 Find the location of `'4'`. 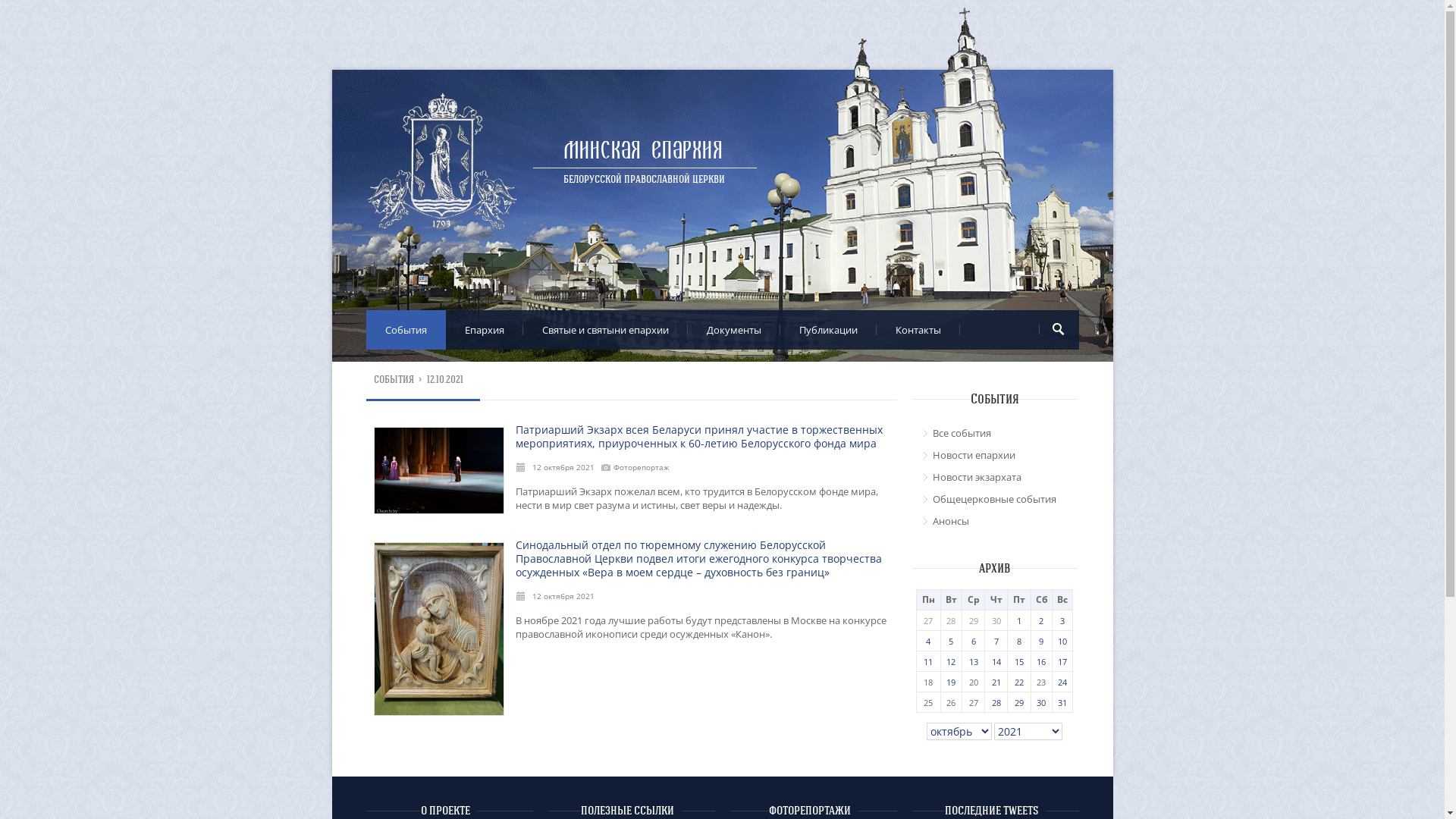

'4' is located at coordinates (927, 641).